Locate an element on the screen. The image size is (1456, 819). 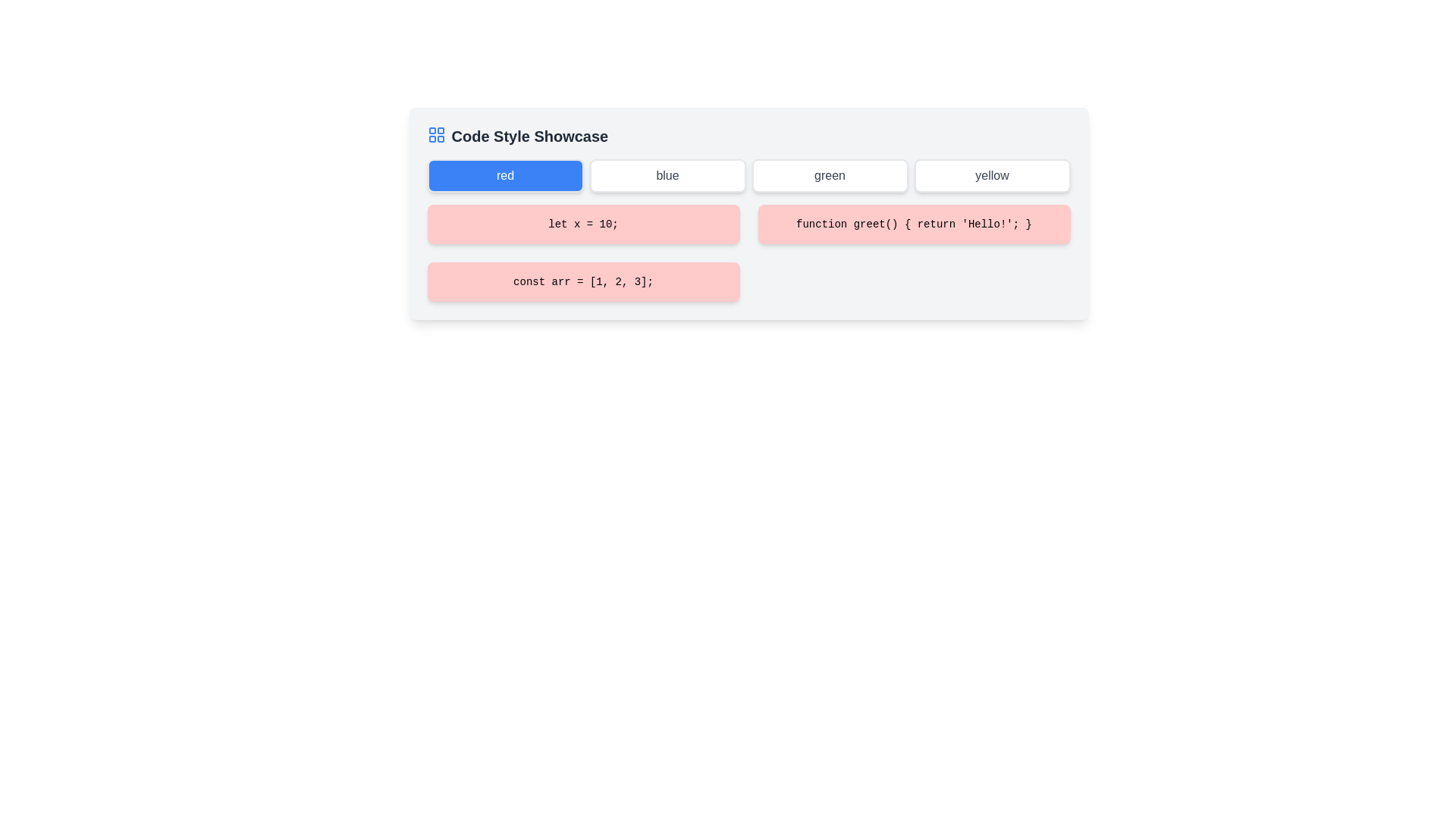
the button labeled 'yellow', which is the fourth button in a horizontal series of four buttons is located at coordinates (992, 174).